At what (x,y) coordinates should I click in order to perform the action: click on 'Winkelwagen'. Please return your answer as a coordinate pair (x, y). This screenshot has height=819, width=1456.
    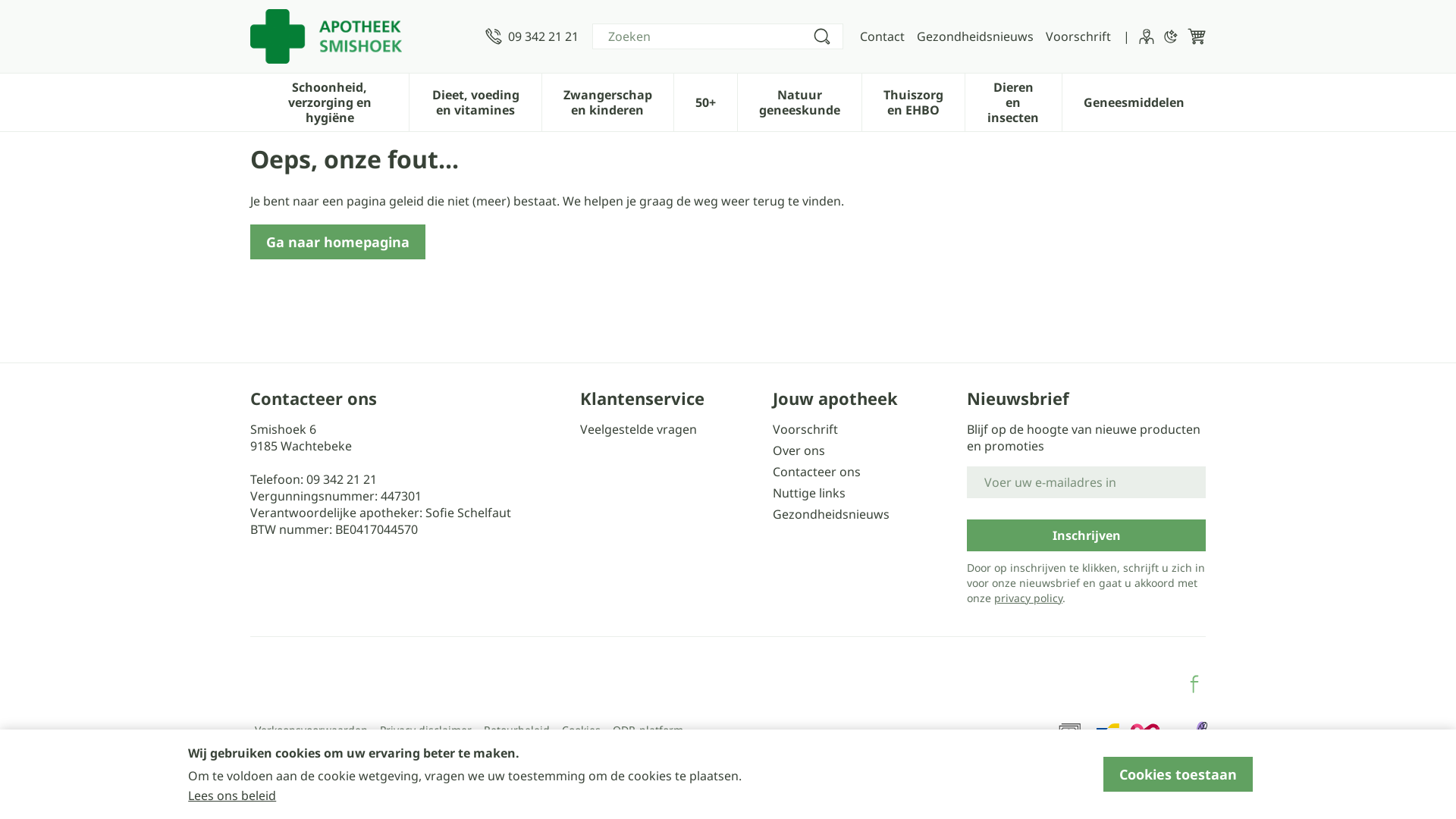
    Looking at the image, I should click on (1196, 35).